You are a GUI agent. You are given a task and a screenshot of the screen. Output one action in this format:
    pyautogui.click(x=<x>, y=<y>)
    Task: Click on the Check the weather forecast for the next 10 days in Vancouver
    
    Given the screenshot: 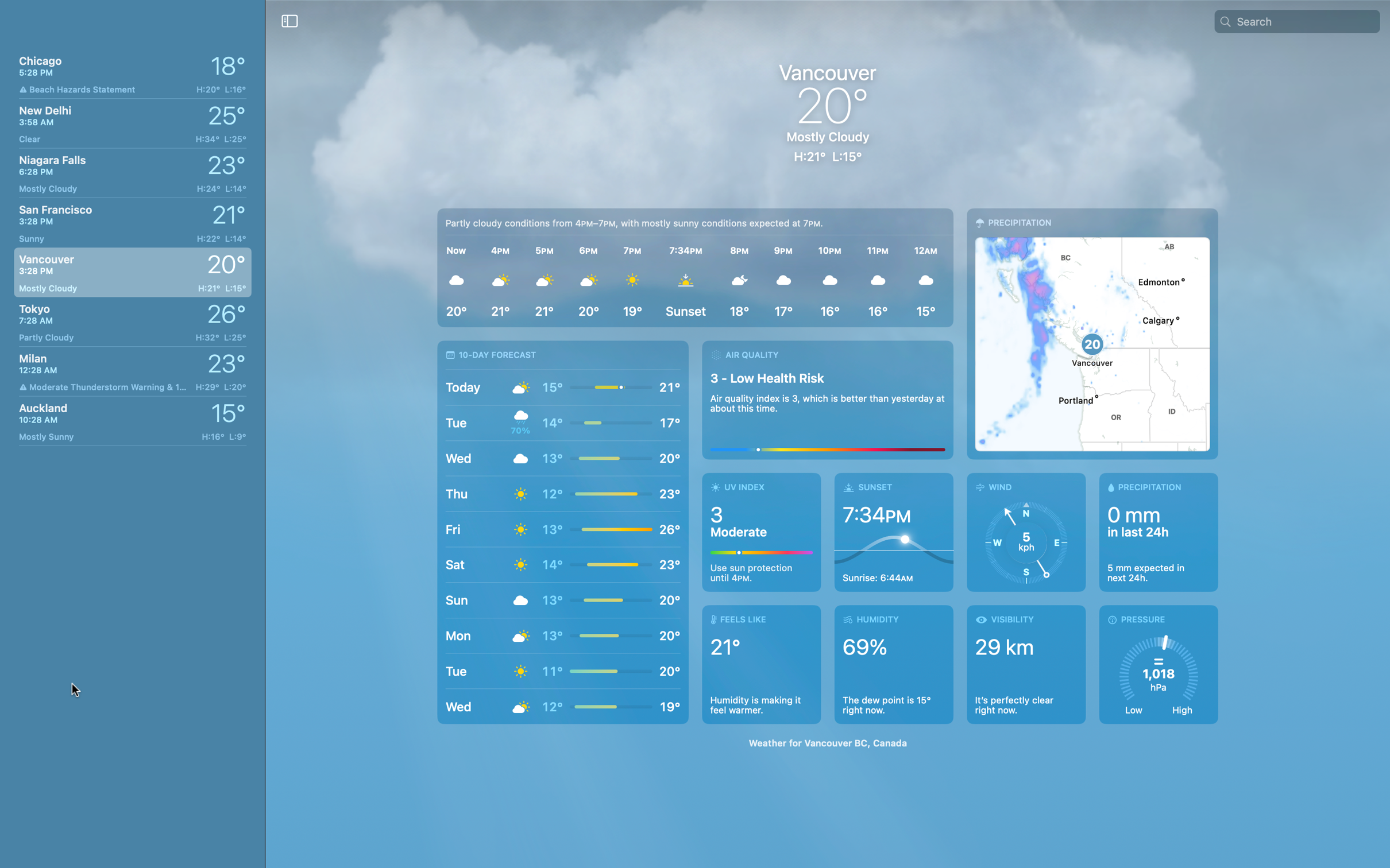 What is the action you would take?
    pyautogui.click(x=562, y=532)
    